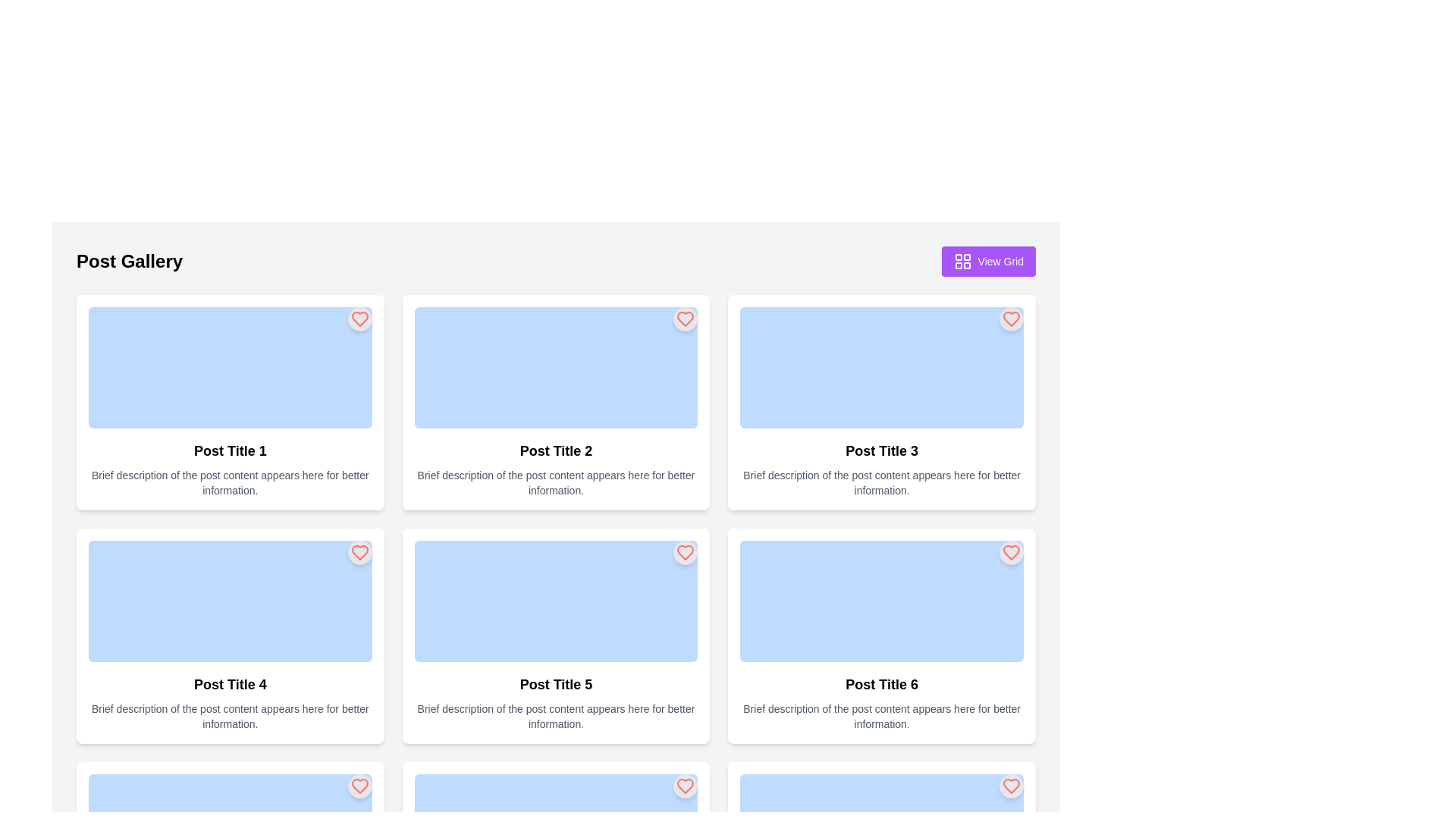 The image size is (1456, 819). What do you see at coordinates (229, 482) in the screenshot?
I see `the text block located at the bottom of the card containing the post preview titled 'Post Title 1'` at bounding box center [229, 482].